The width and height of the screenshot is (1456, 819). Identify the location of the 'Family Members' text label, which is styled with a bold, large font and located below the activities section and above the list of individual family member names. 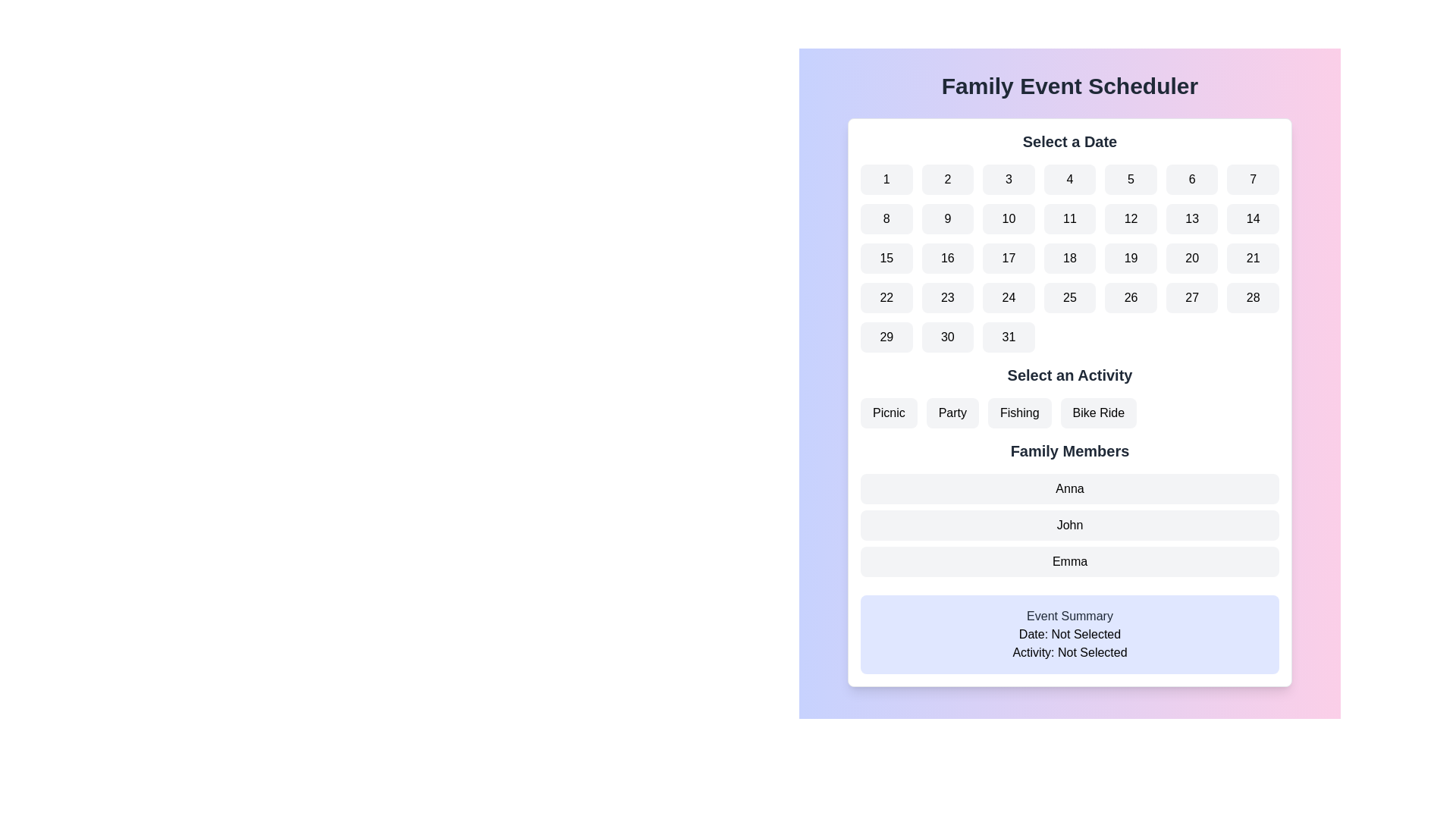
(1069, 450).